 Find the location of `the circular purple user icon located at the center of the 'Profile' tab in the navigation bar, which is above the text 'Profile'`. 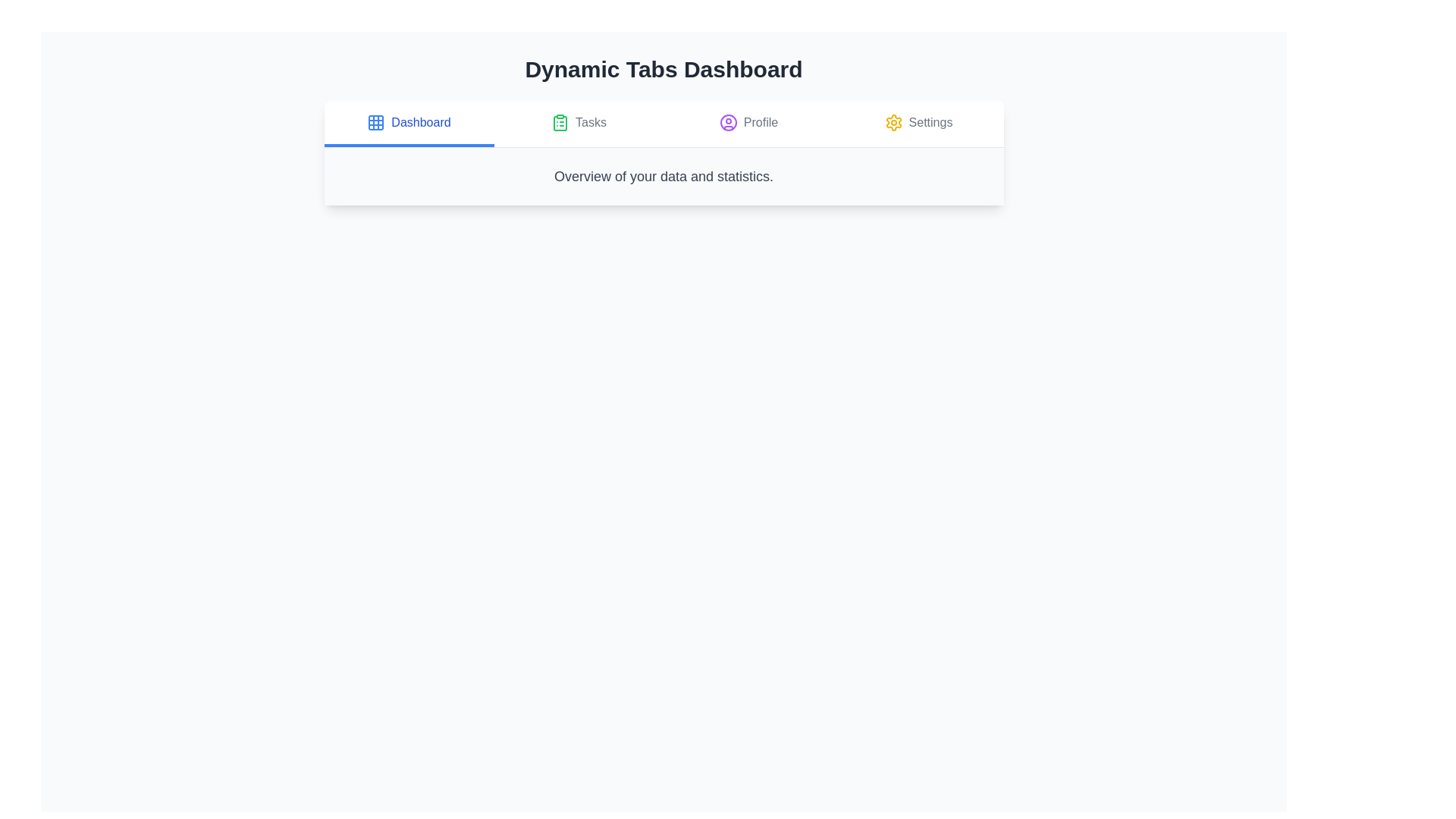

the circular purple user icon located at the center of the 'Profile' tab in the navigation bar, which is above the text 'Profile' is located at coordinates (728, 122).